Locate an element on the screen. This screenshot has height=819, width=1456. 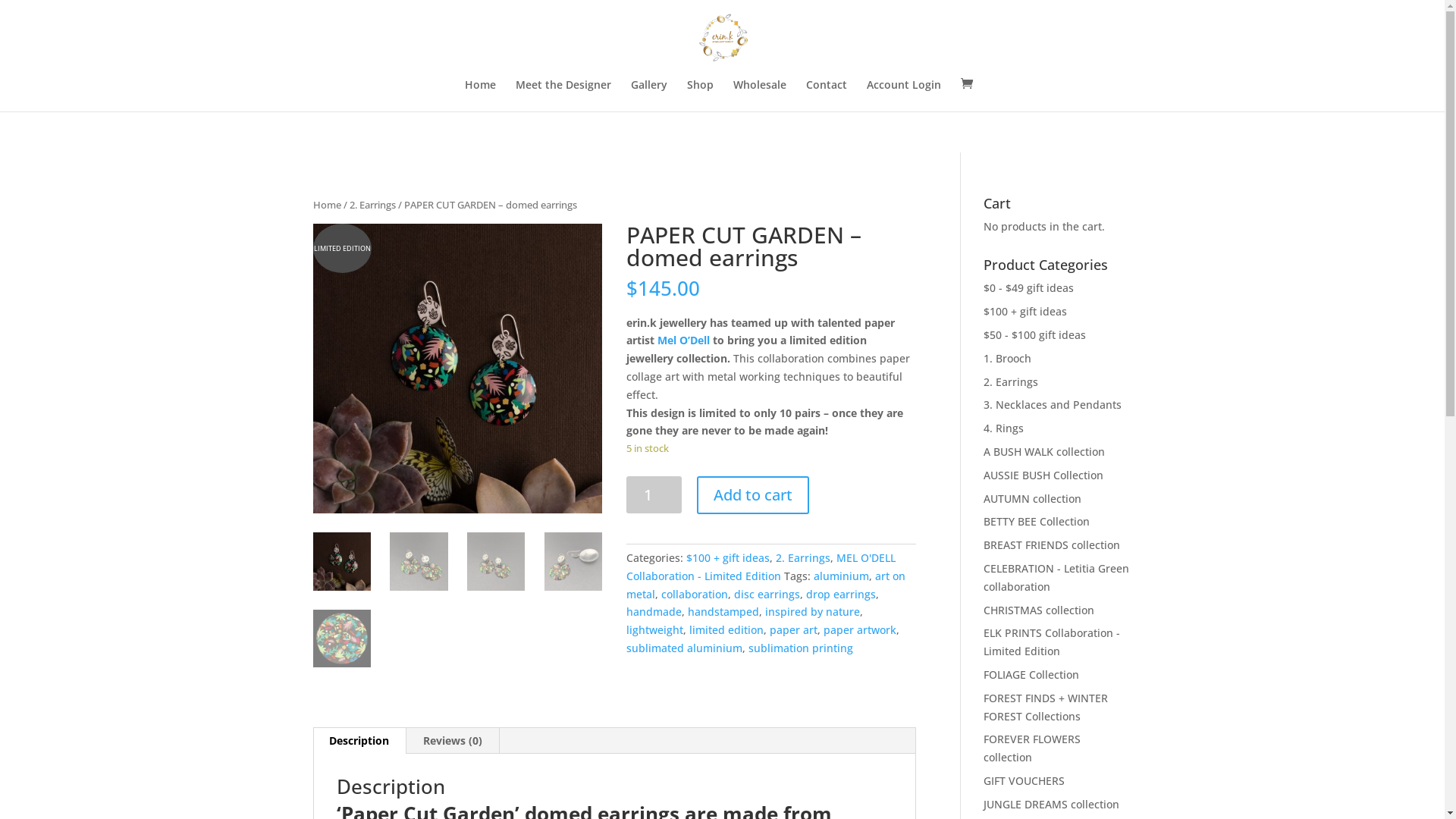
'1. Brooch' is located at coordinates (1007, 358).